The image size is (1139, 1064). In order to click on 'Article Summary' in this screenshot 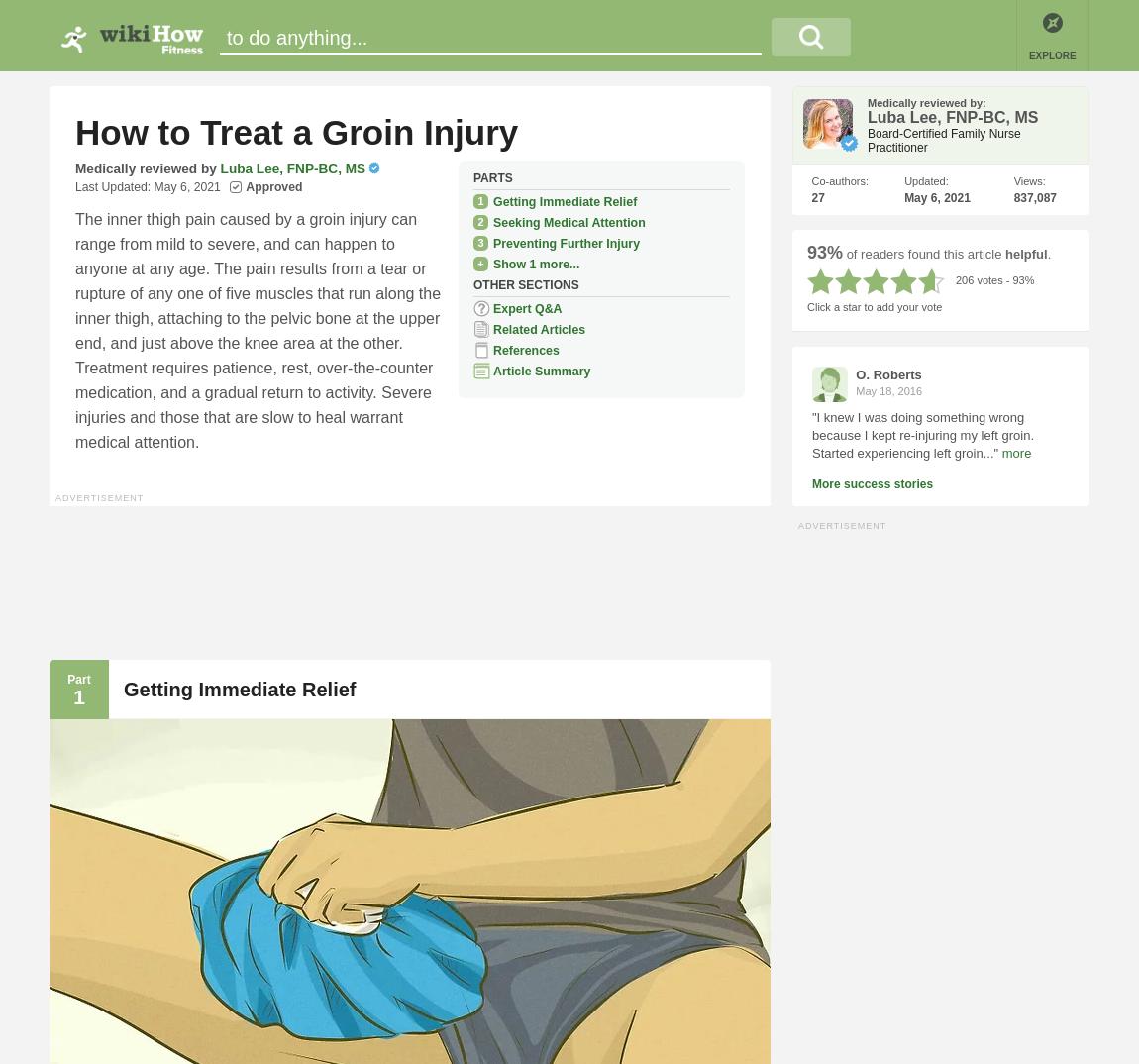, I will do `click(542, 369)`.